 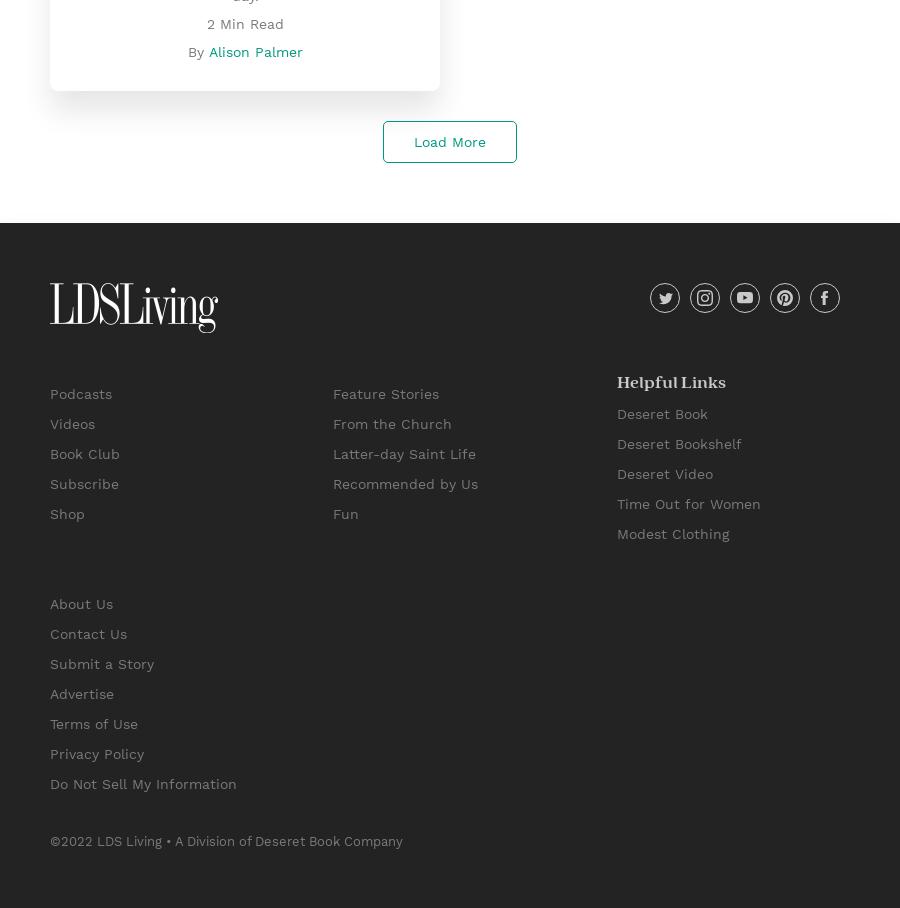 I want to click on 'About Us', so click(x=80, y=603).